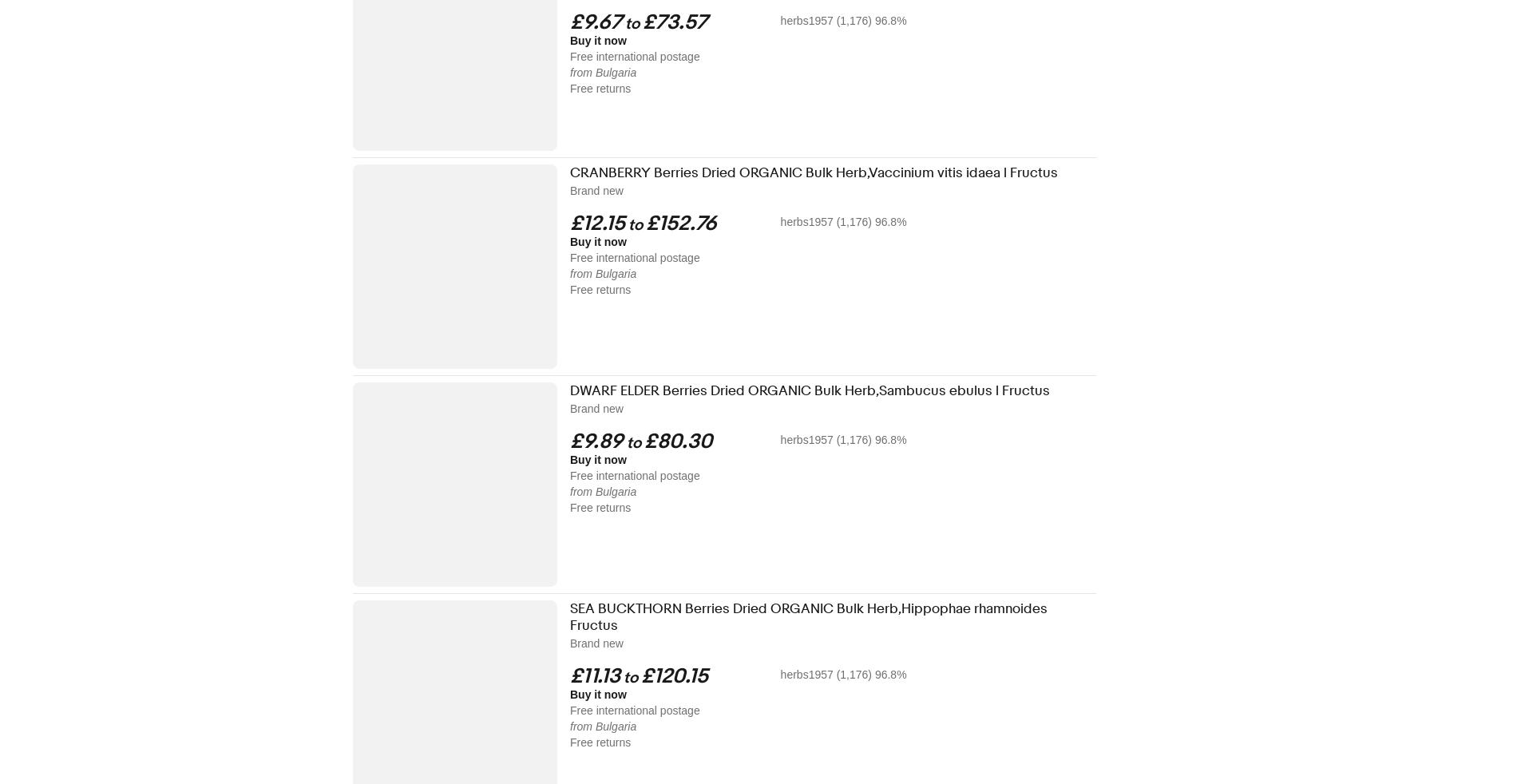  I want to click on '£120.15', so click(673, 676).